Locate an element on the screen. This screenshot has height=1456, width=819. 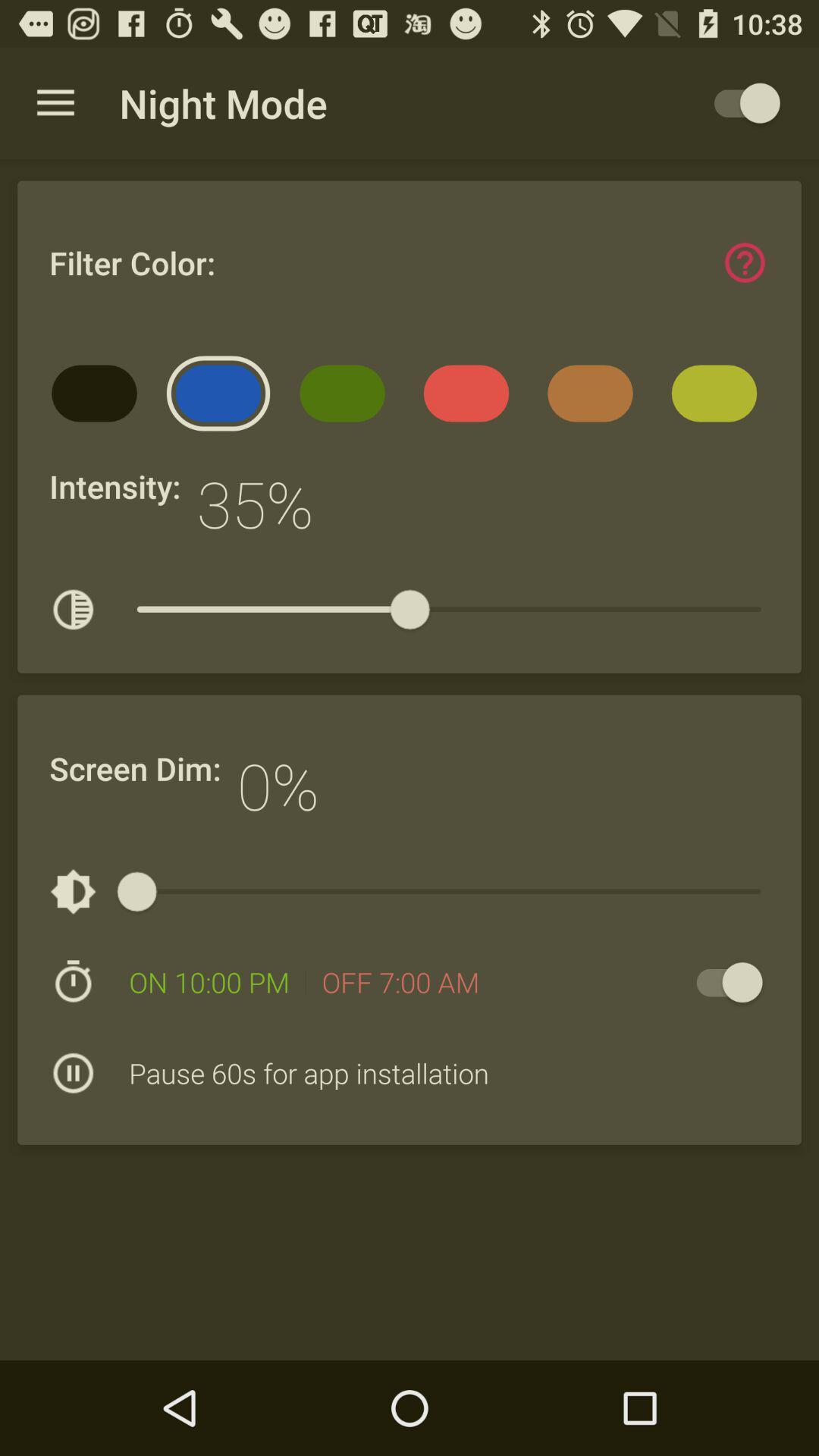
night mode is located at coordinates (739, 102).